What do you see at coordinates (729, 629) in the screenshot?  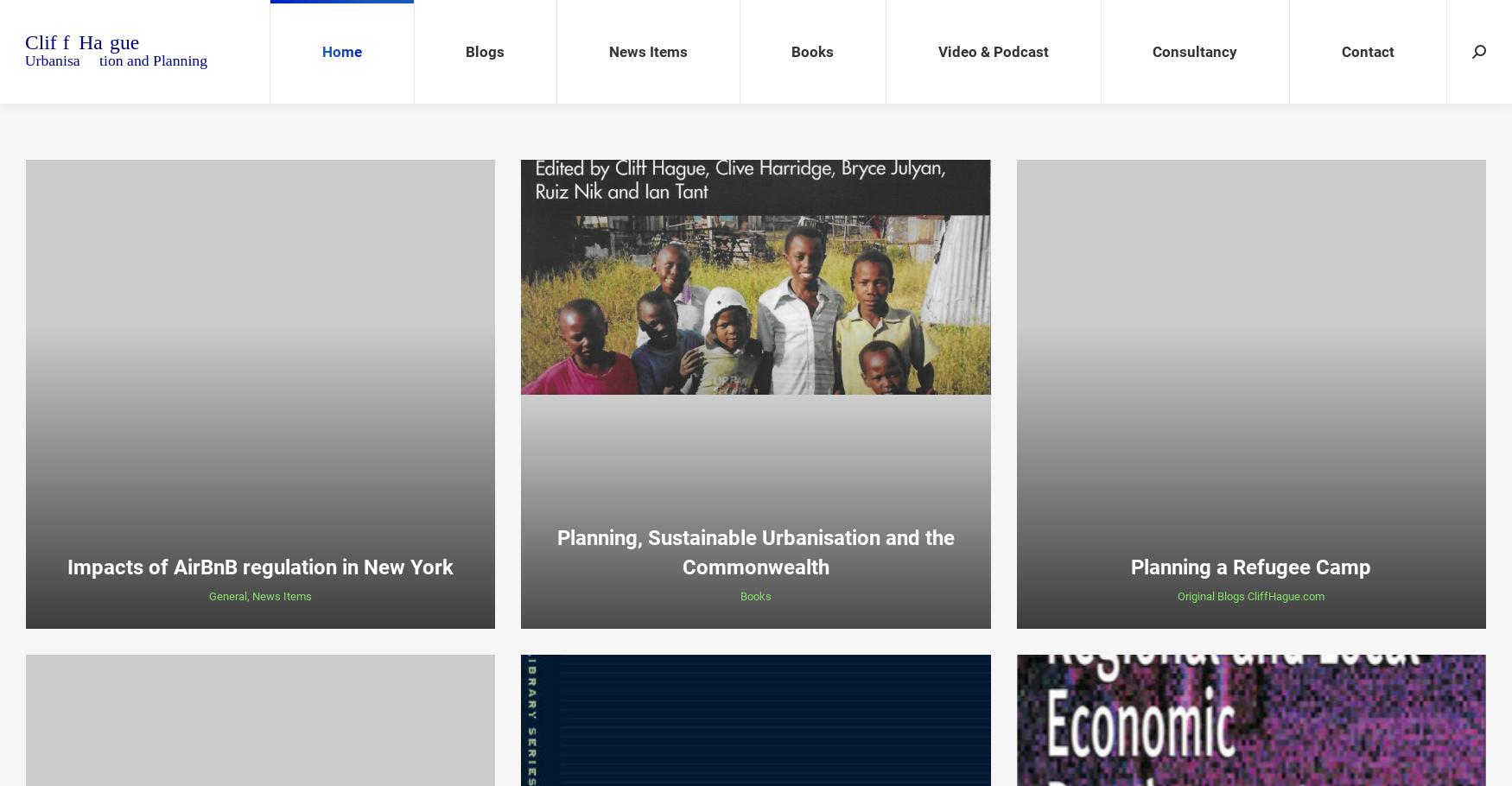 I see `'Link to buy'` at bounding box center [729, 629].